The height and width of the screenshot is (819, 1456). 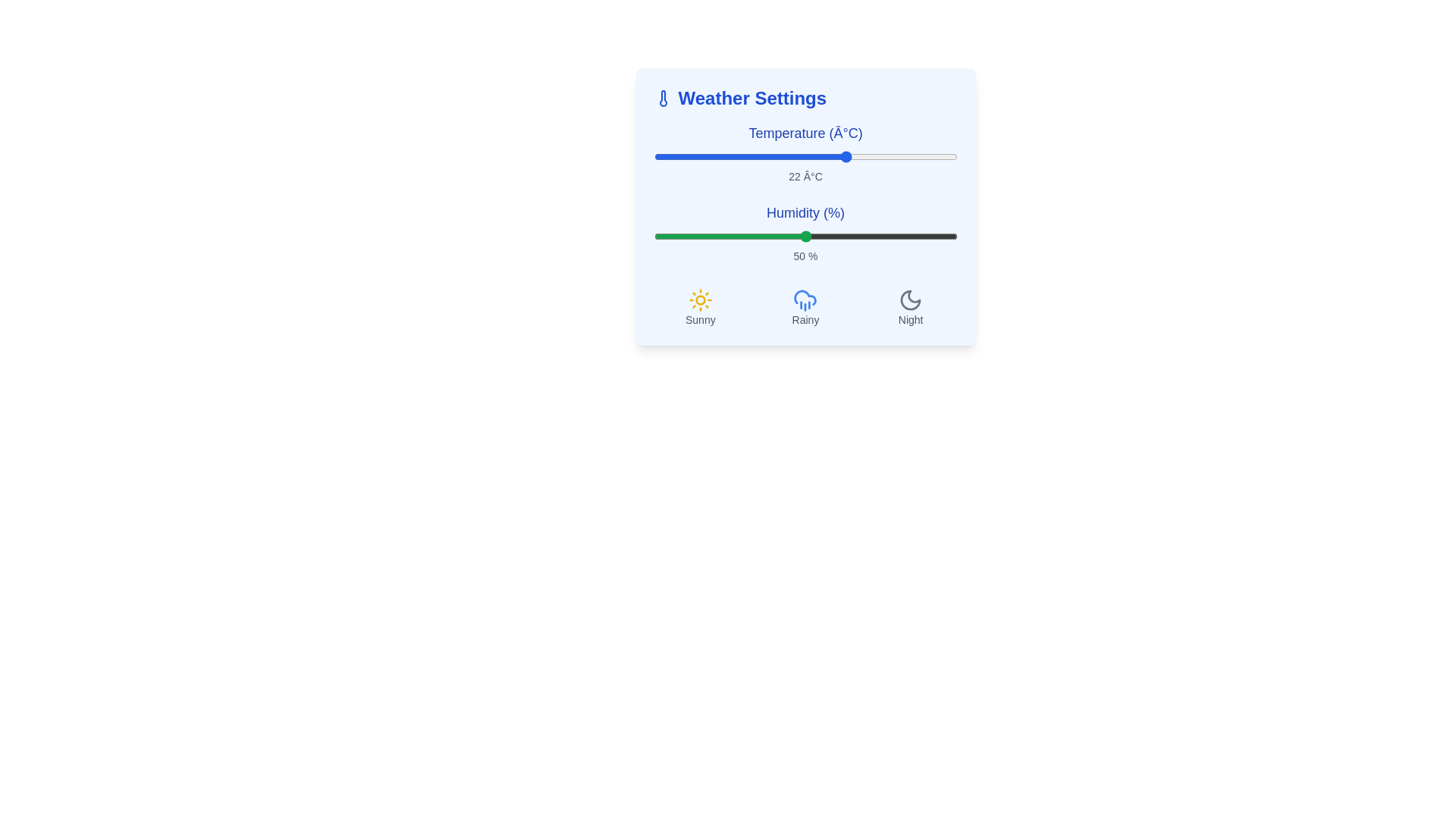 I want to click on the humidity, so click(x=947, y=237).